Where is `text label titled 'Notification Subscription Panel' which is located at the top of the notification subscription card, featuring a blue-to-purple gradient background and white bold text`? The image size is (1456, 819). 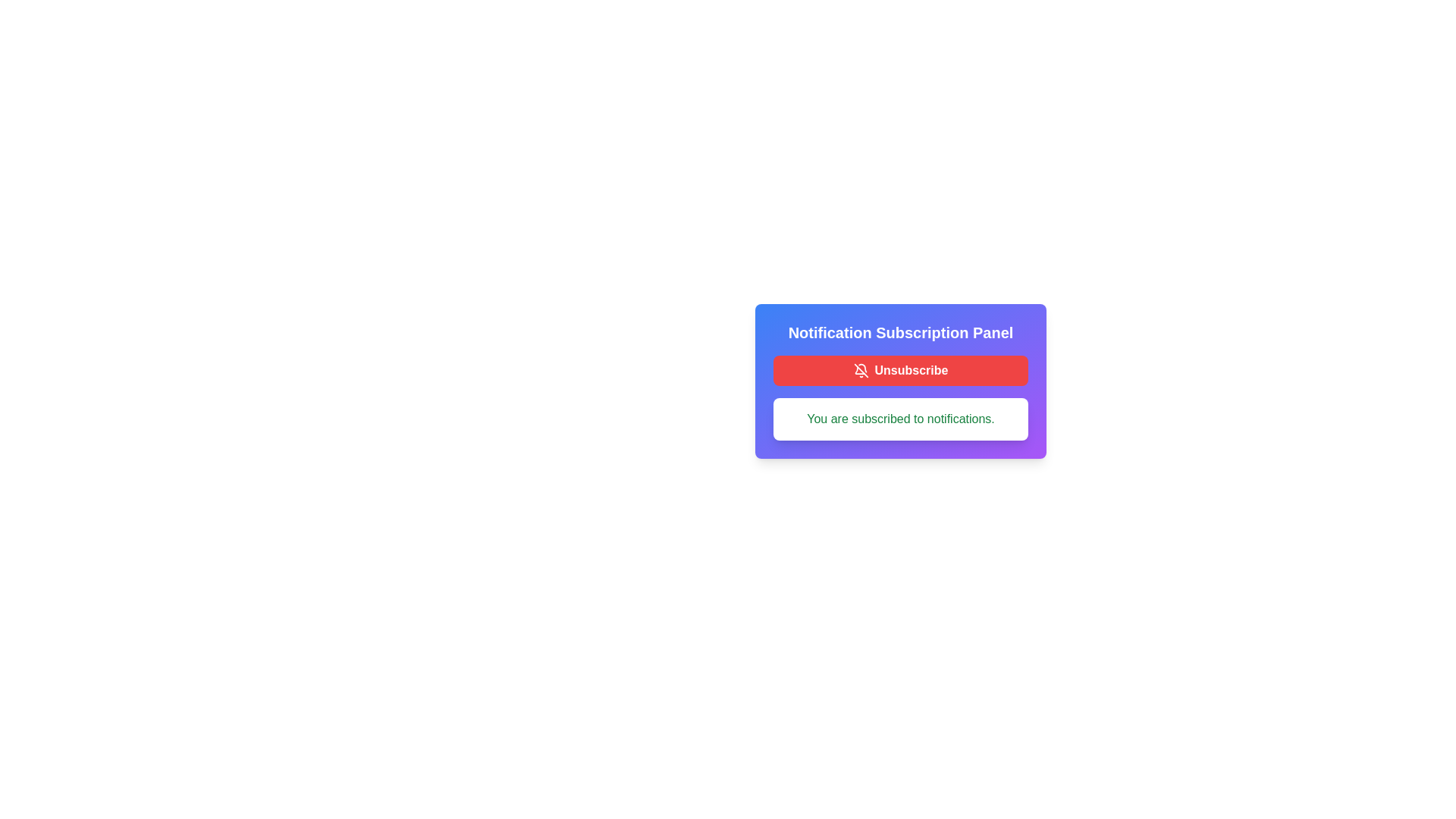
text label titled 'Notification Subscription Panel' which is located at the top of the notification subscription card, featuring a blue-to-purple gradient background and white bold text is located at coordinates (901, 332).